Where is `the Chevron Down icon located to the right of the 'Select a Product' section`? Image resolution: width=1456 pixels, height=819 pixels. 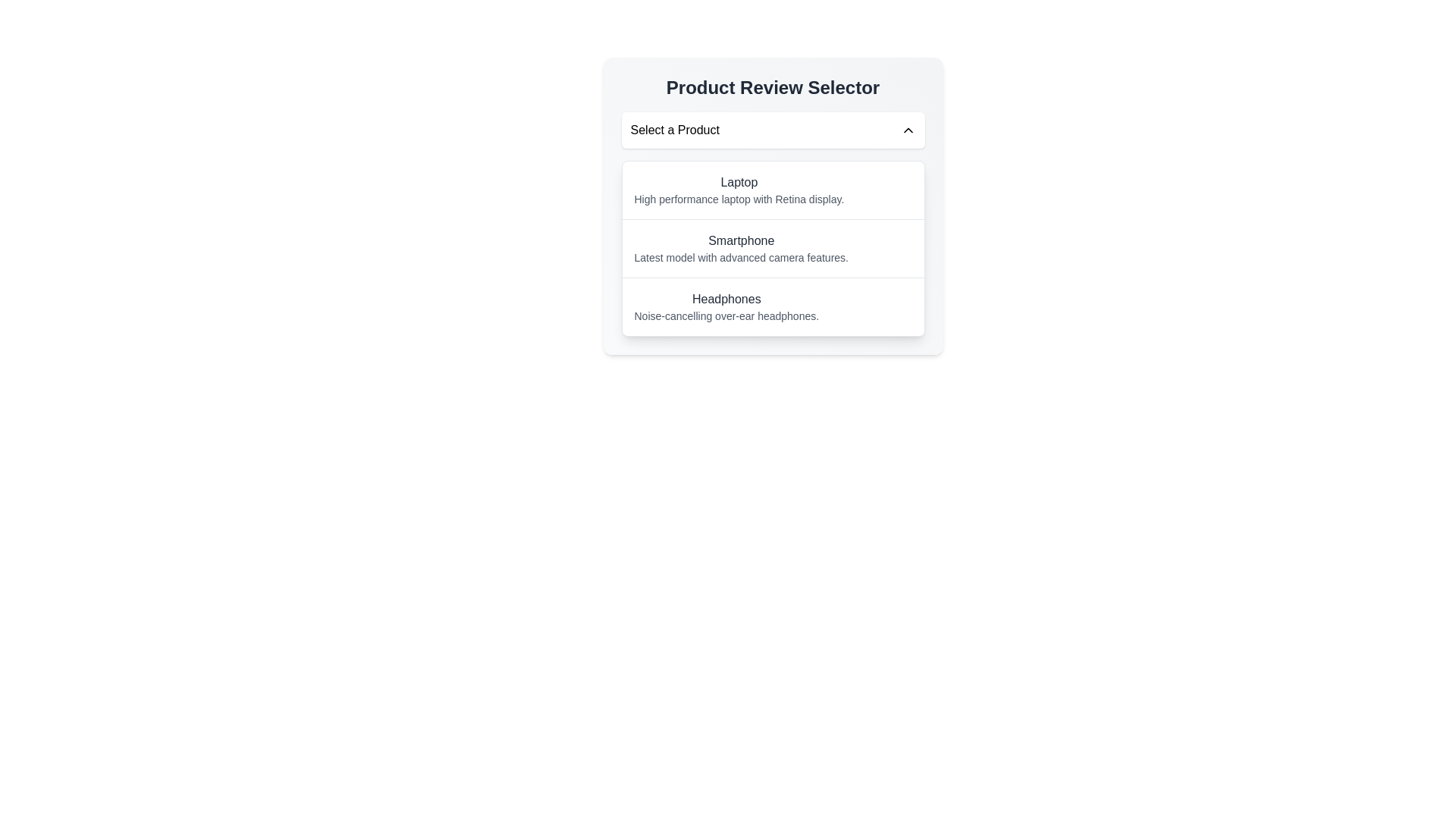 the Chevron Down icon located to the right of the 'Select a Product' section is located at coordinates (908, 130).